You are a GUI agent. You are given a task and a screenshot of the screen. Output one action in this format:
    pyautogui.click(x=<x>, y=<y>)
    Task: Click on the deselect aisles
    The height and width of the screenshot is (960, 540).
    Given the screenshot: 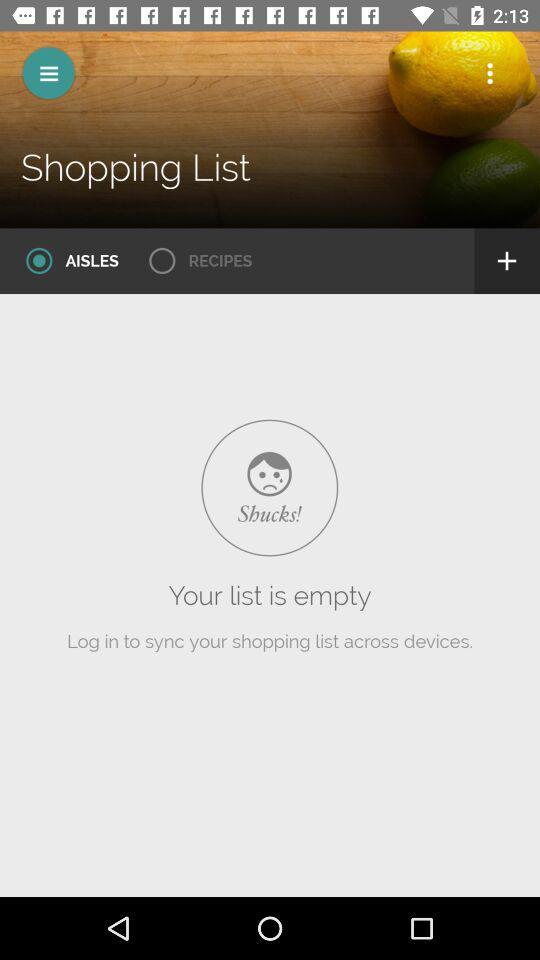 What is the action you would take?
    pyautogui.click(x=65, y=260)
    